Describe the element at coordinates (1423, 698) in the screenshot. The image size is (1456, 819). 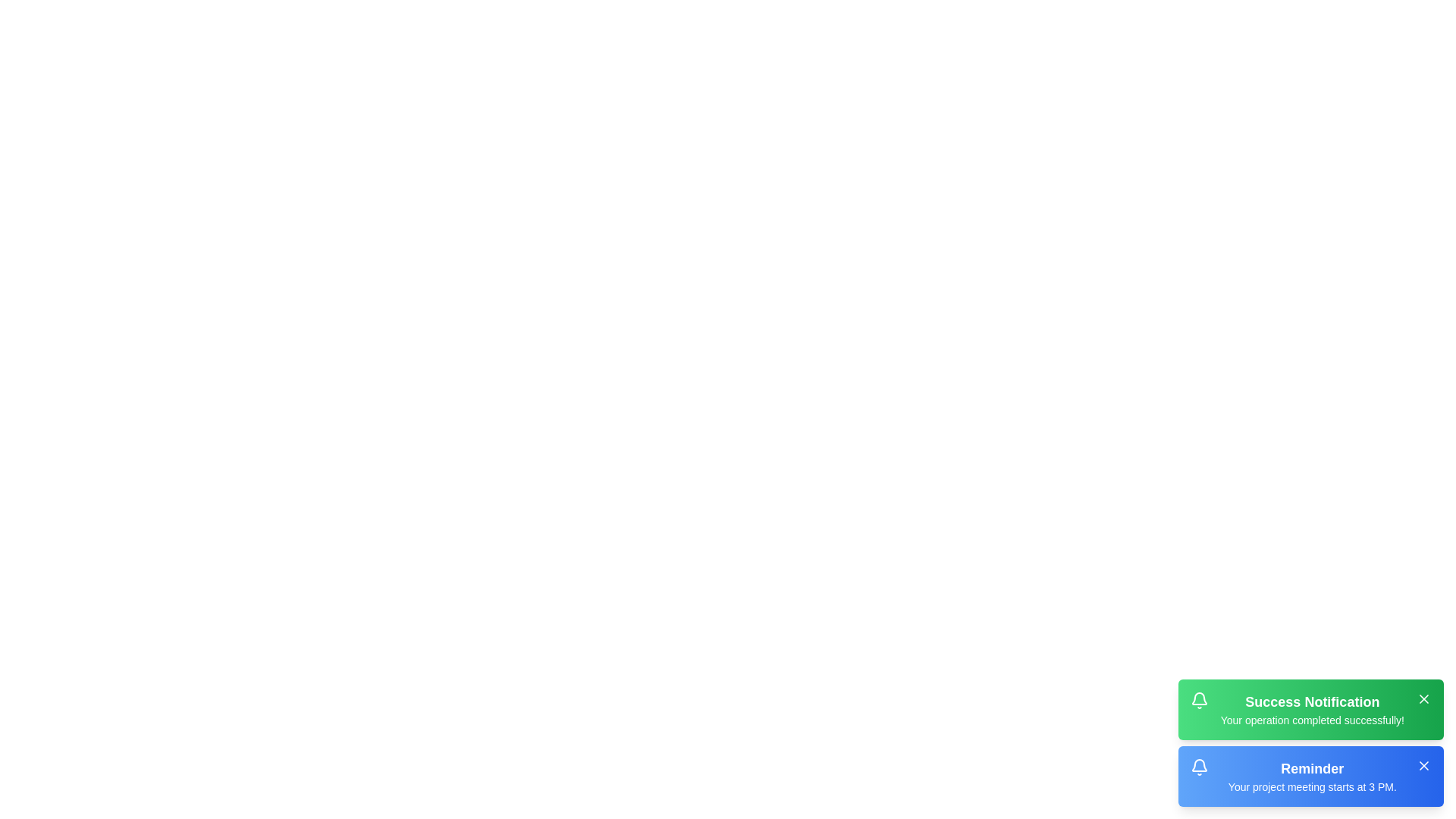
I see `close button for the notification titled 'Success Notification'` at that location.